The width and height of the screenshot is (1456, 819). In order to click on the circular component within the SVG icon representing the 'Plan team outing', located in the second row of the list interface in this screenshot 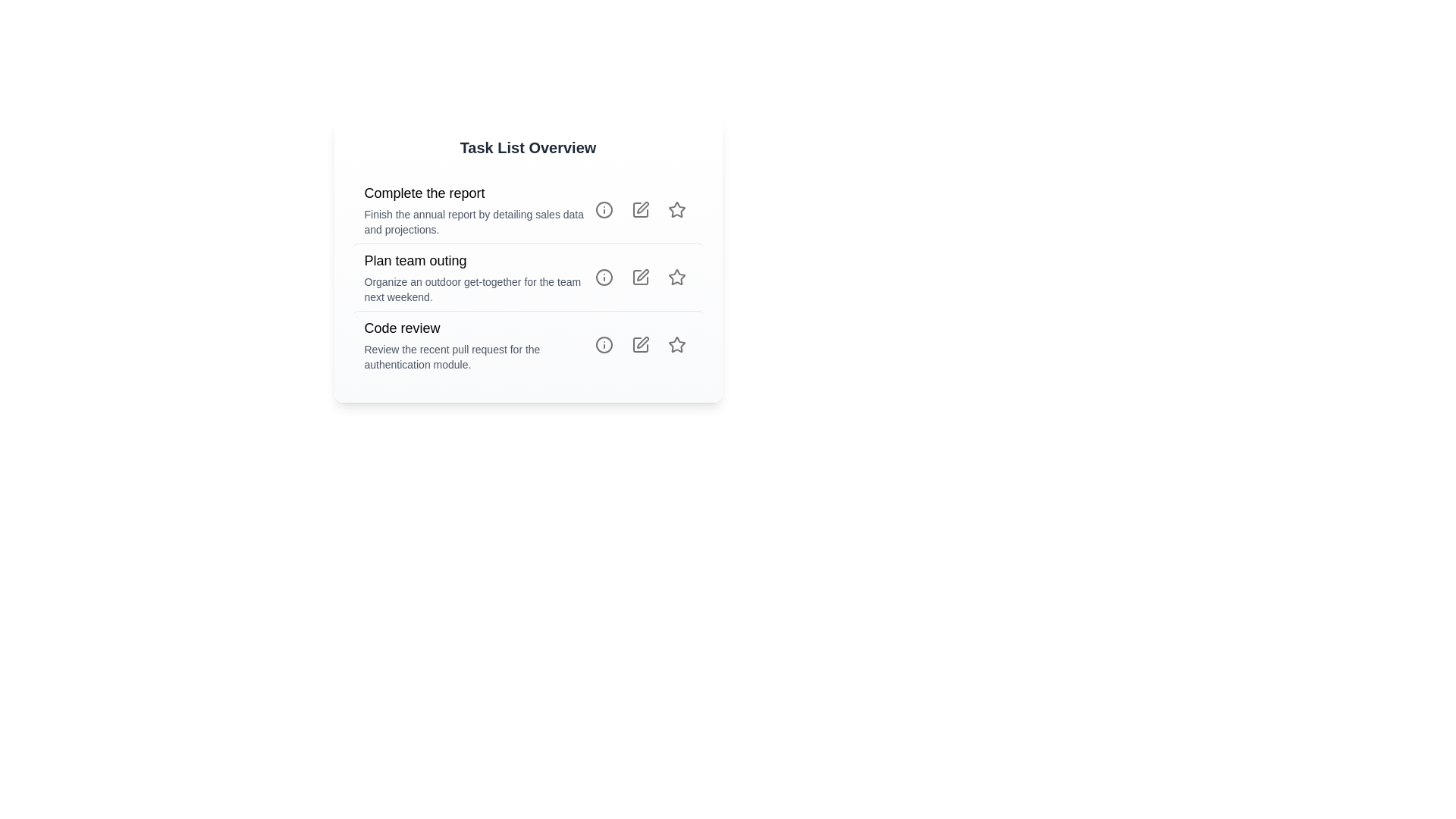, I will do `click(603, 278)`.